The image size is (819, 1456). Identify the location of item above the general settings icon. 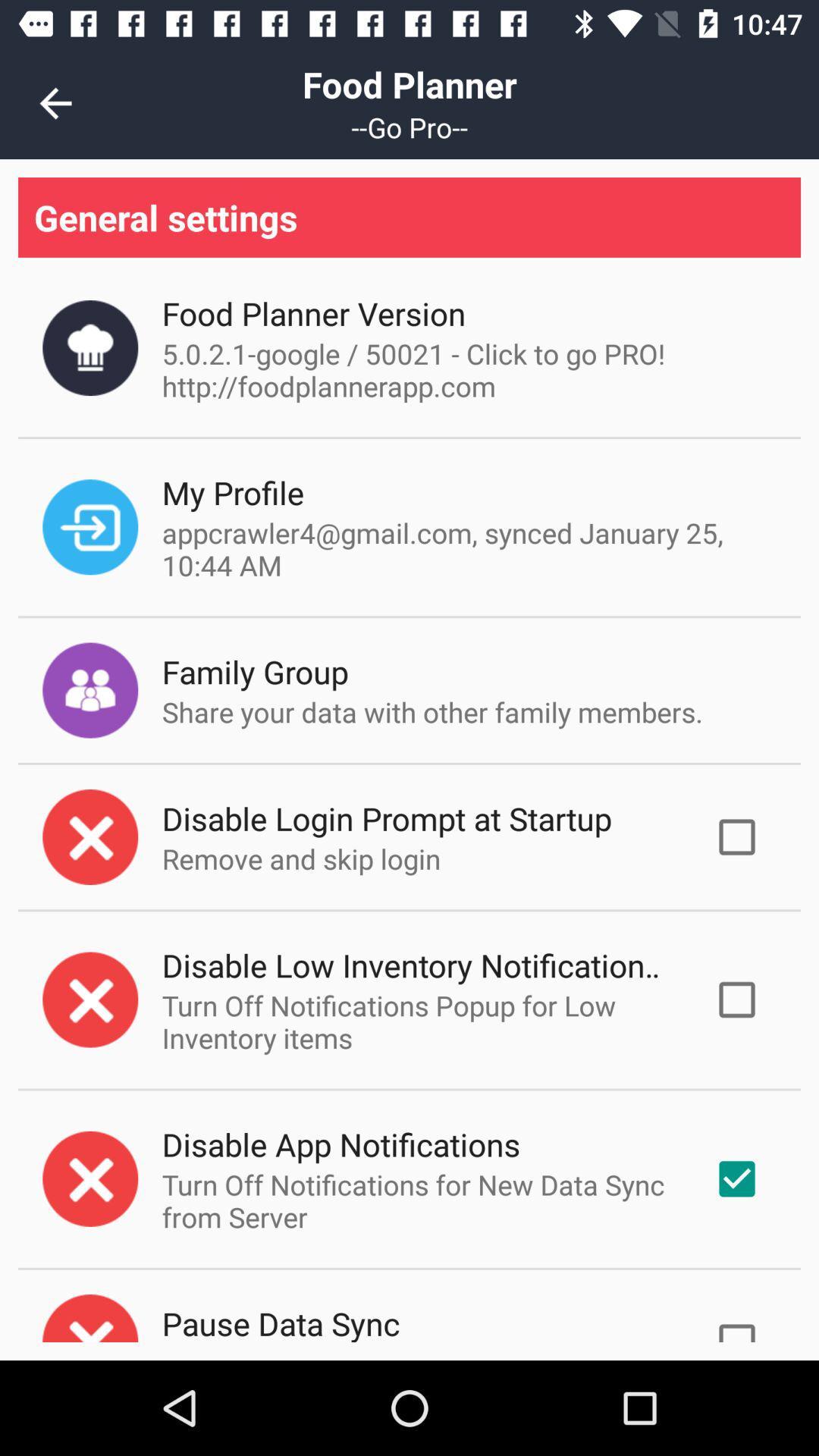
(55, 102).